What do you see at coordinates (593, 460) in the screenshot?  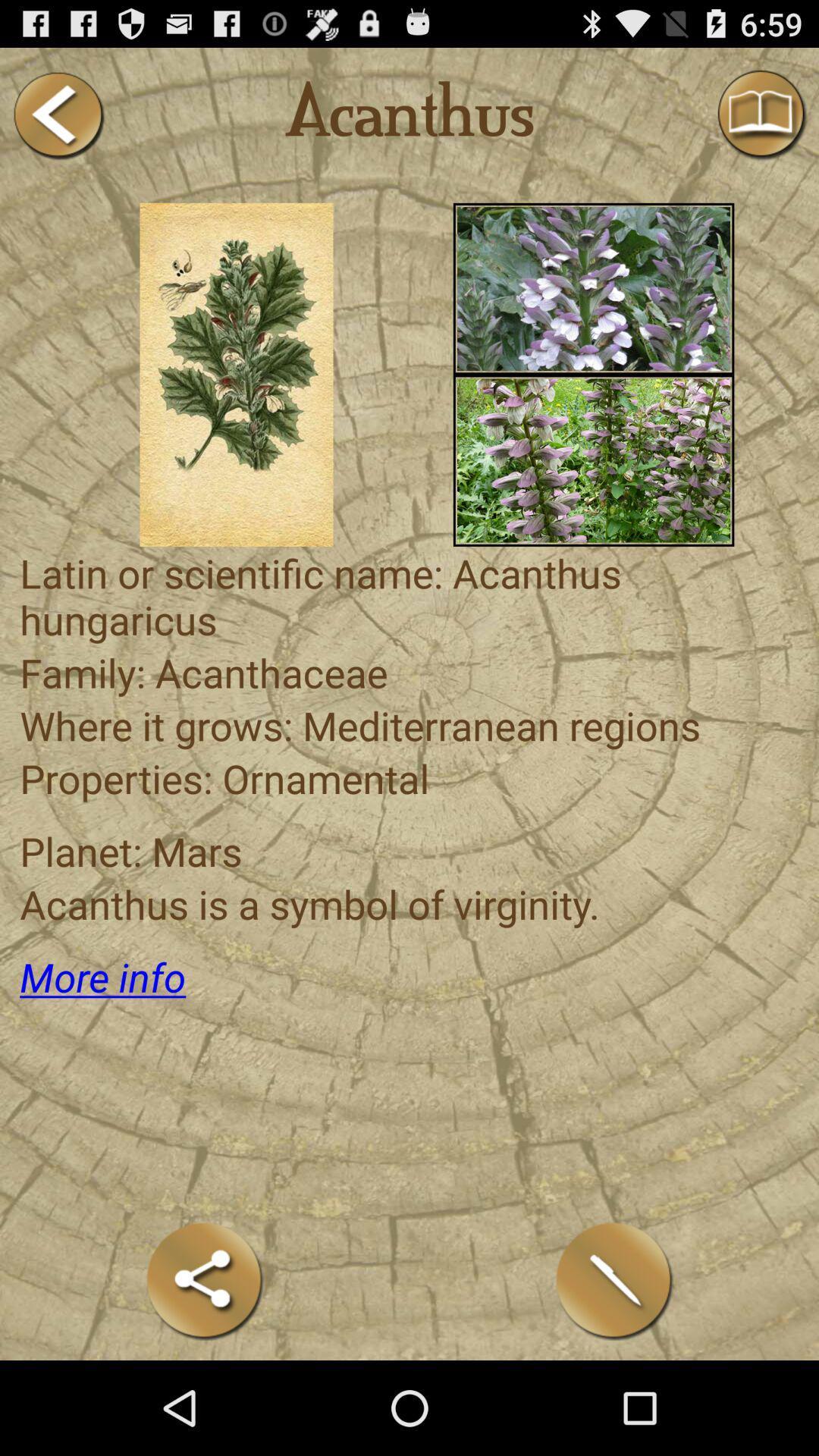 I see `picture button` at bounding box center [593, 460].